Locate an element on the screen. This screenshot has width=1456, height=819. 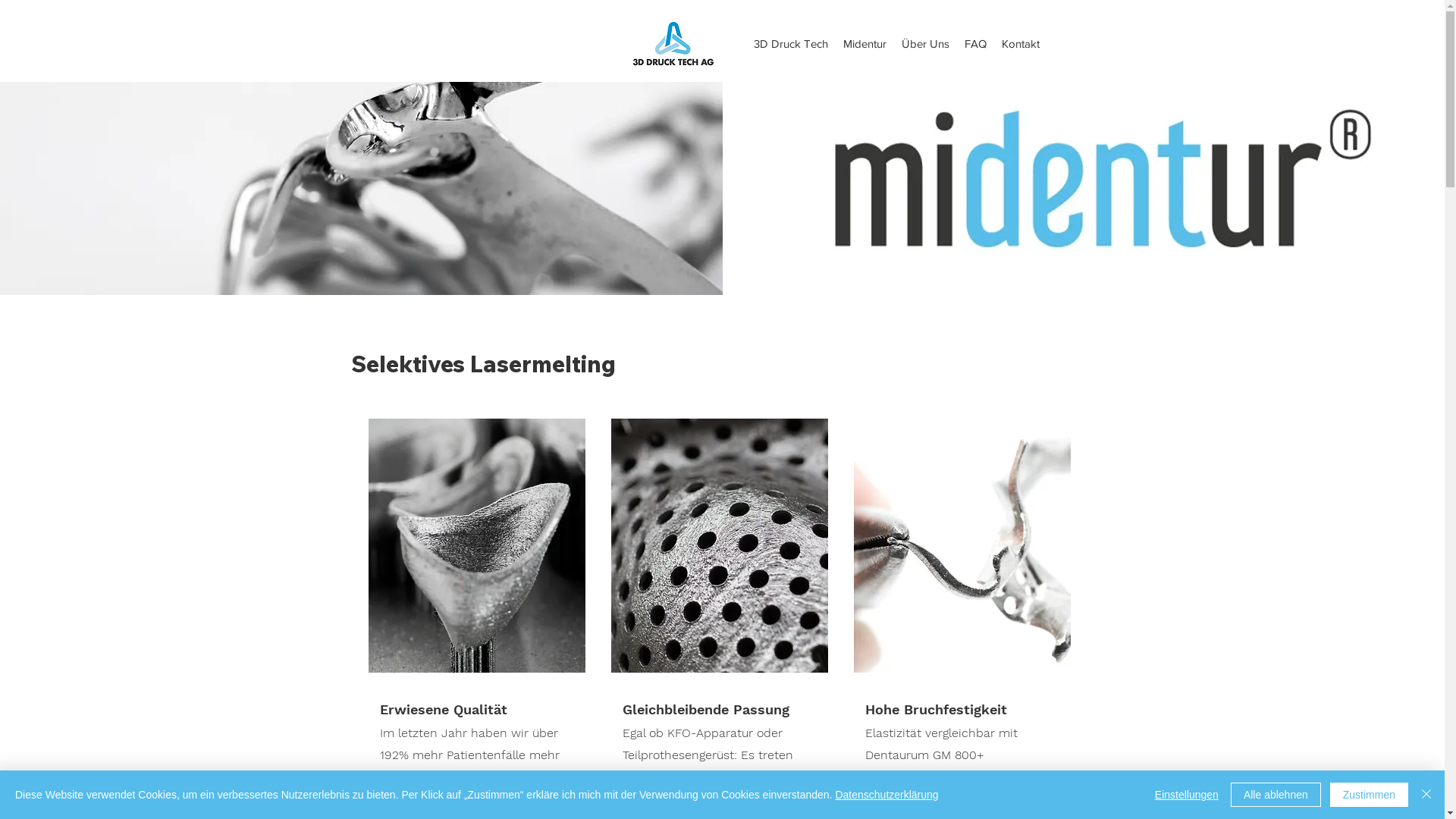
'Zustimmen' is located at coordinates (1369, 794).